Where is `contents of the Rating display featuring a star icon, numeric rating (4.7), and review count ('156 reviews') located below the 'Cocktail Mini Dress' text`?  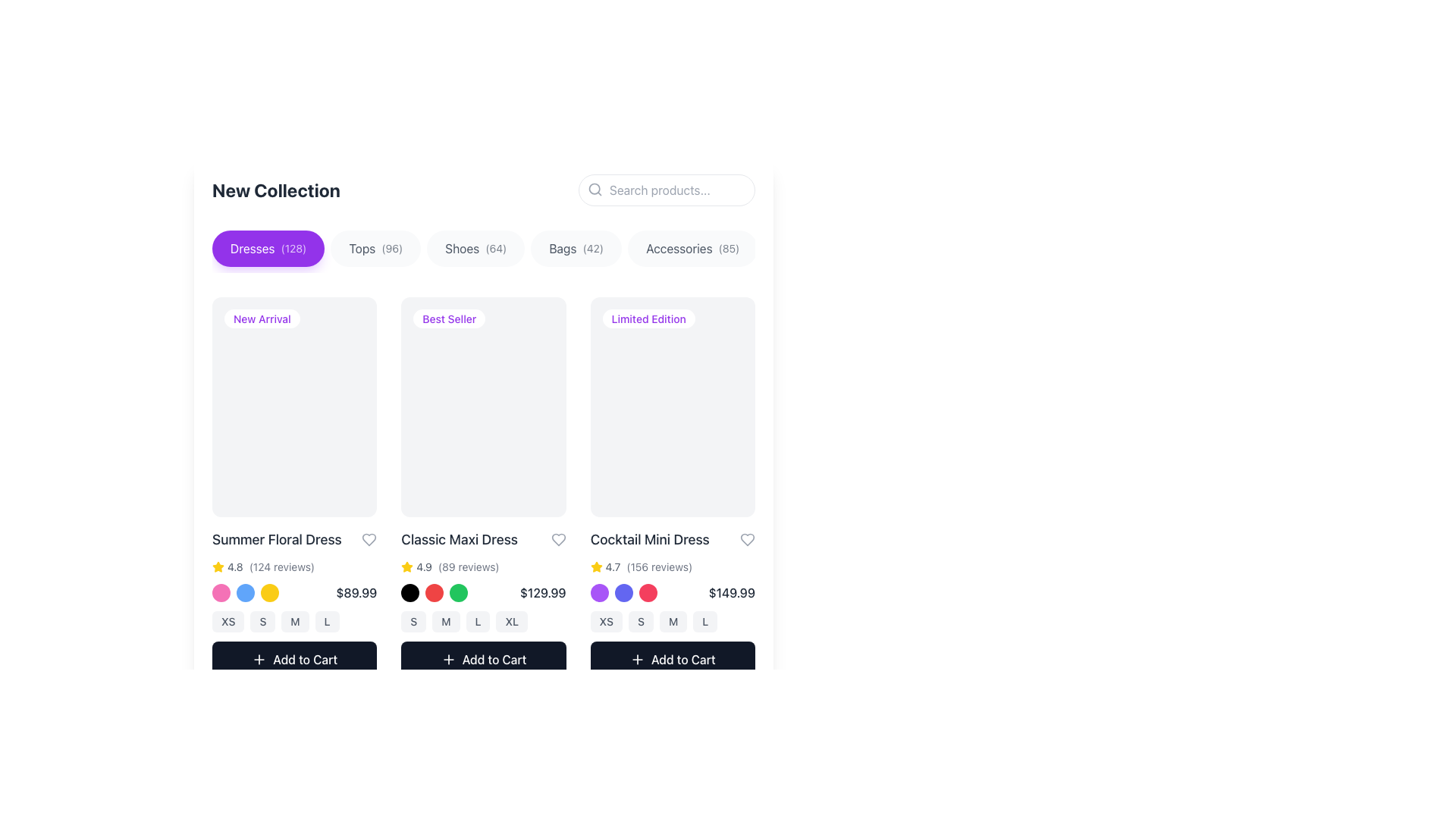 contents of the Rating display featuring a star icon, numeric rating (4.7), and review count ('156 reviews') located below the 'Cocktail Mini Dress' text is located at coordinates (672, 566).